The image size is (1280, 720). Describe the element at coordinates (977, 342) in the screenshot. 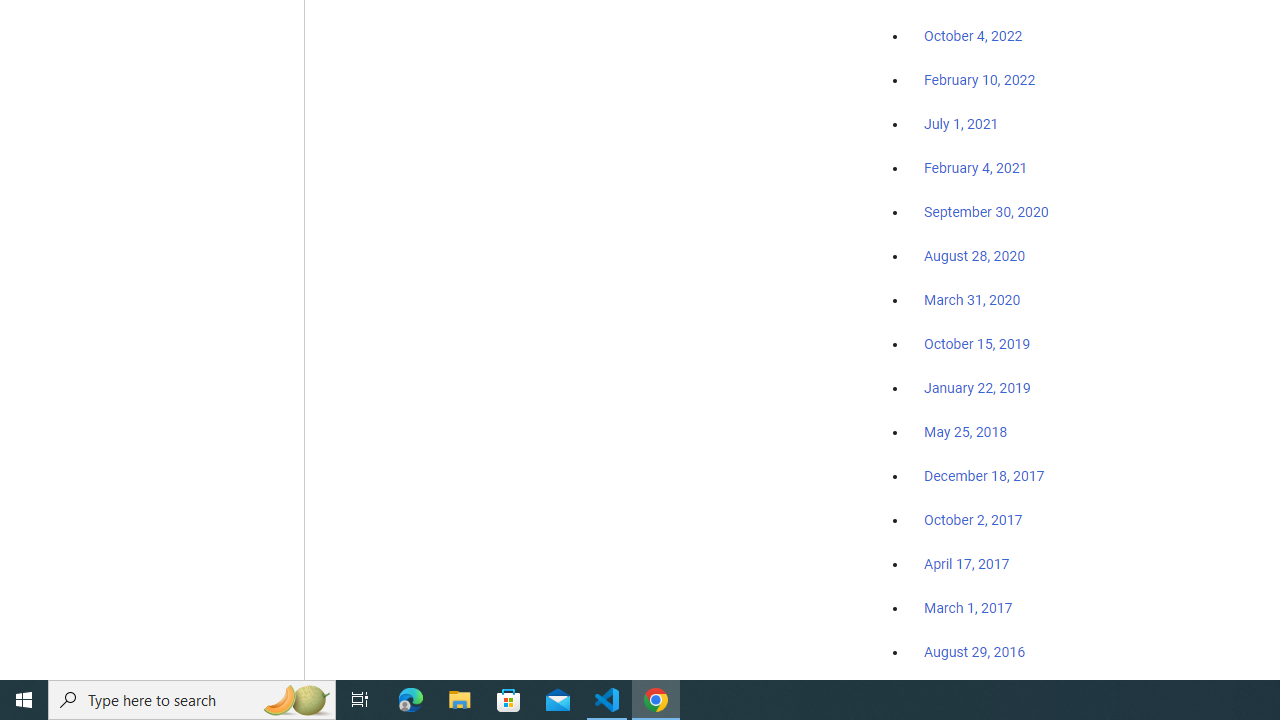

I see `'October 15, 2019'` at that location.